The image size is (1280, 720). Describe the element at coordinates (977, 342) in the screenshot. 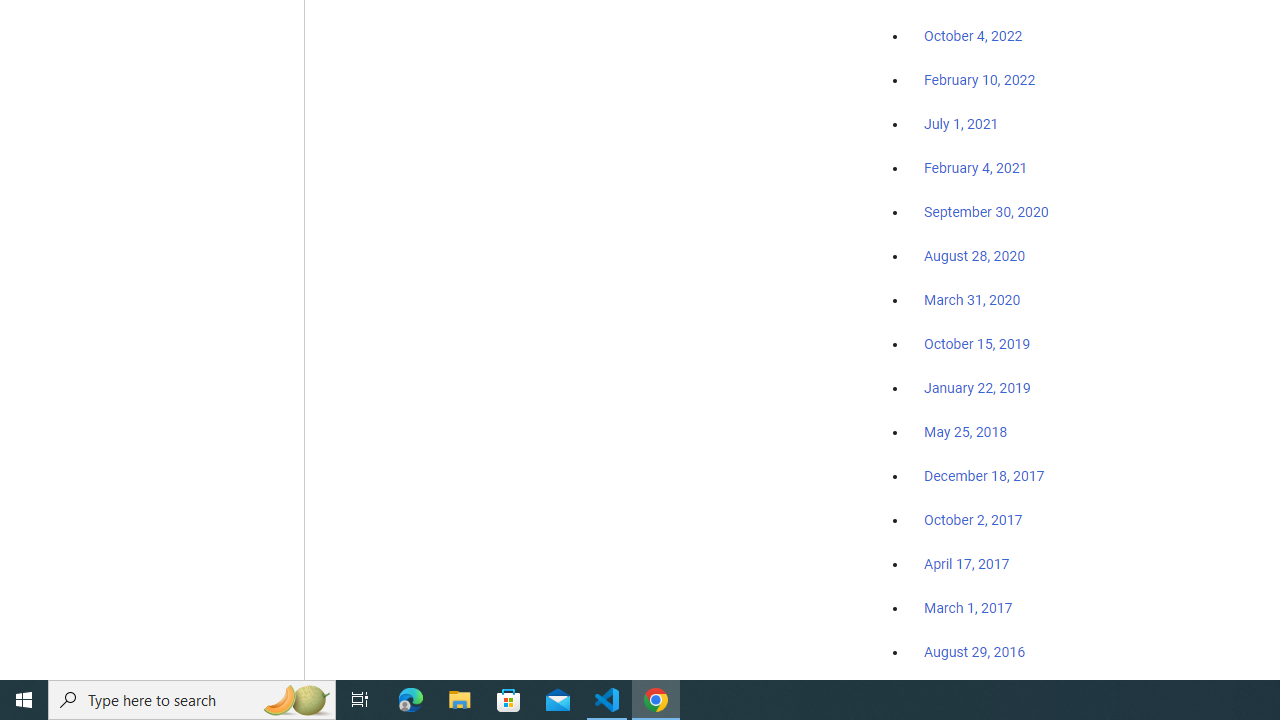

I see `'October 15, 2019'` at that location.